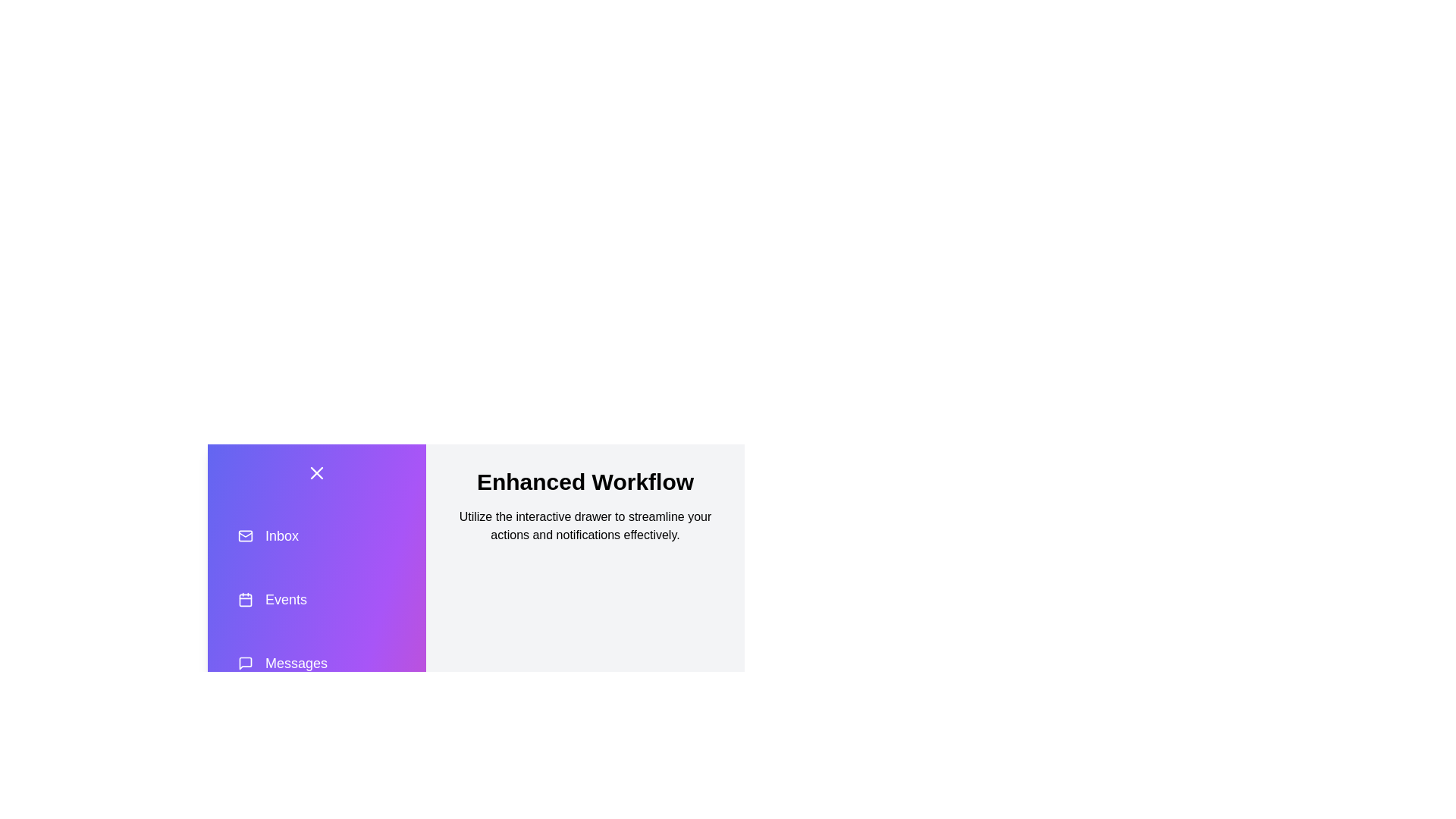 The image size is (1456, 819). What do you see at coordinates (315, 663) in the screenshot?
I see `the action item Messages in the drawer` at bounding box center [315, 663].